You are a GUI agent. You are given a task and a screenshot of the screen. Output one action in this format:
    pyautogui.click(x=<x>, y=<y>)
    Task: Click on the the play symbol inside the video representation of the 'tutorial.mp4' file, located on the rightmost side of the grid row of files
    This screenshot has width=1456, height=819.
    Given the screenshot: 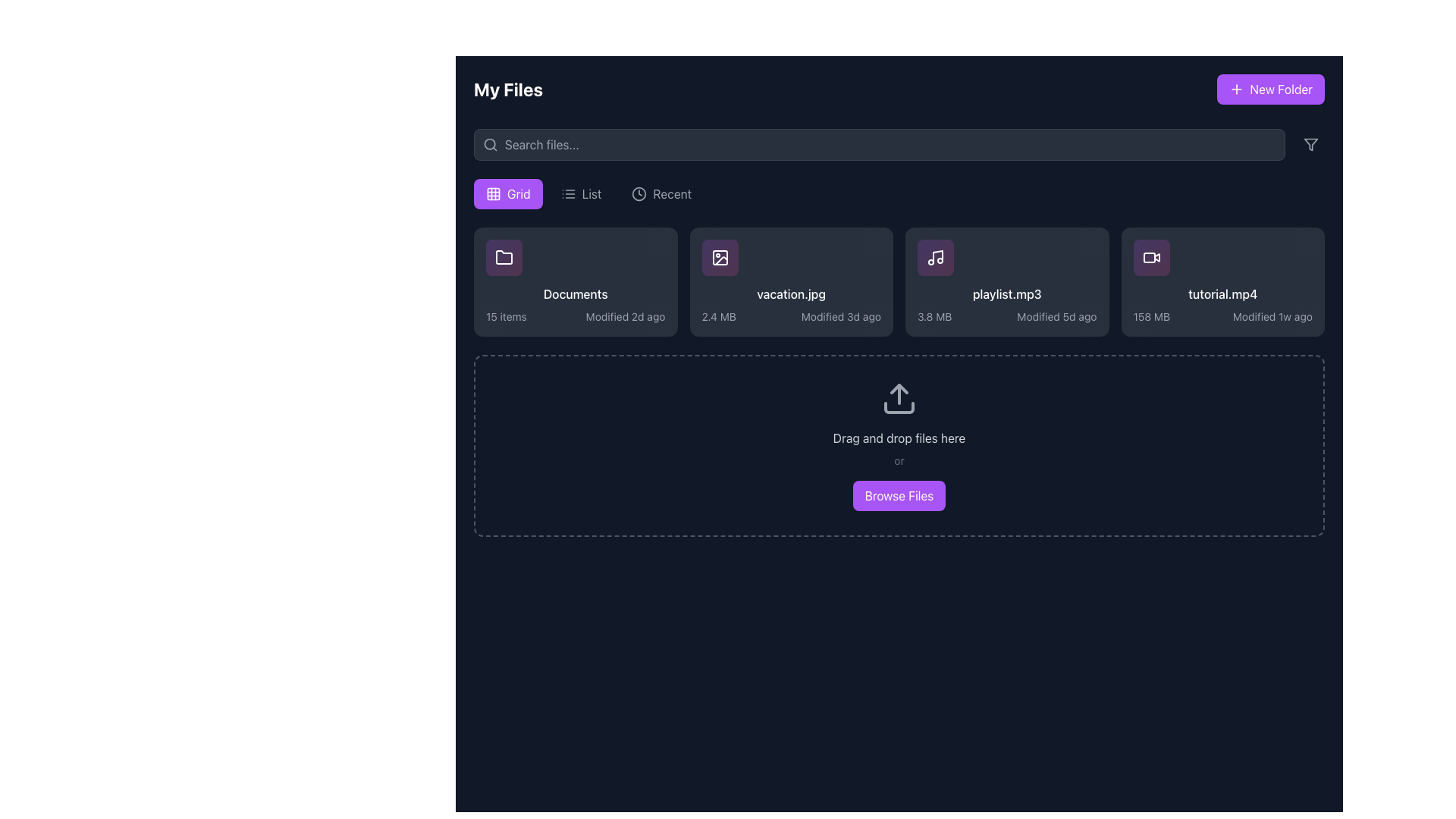 What is the action you would take?
    pyautogui.click(x=1156, y=256)
    